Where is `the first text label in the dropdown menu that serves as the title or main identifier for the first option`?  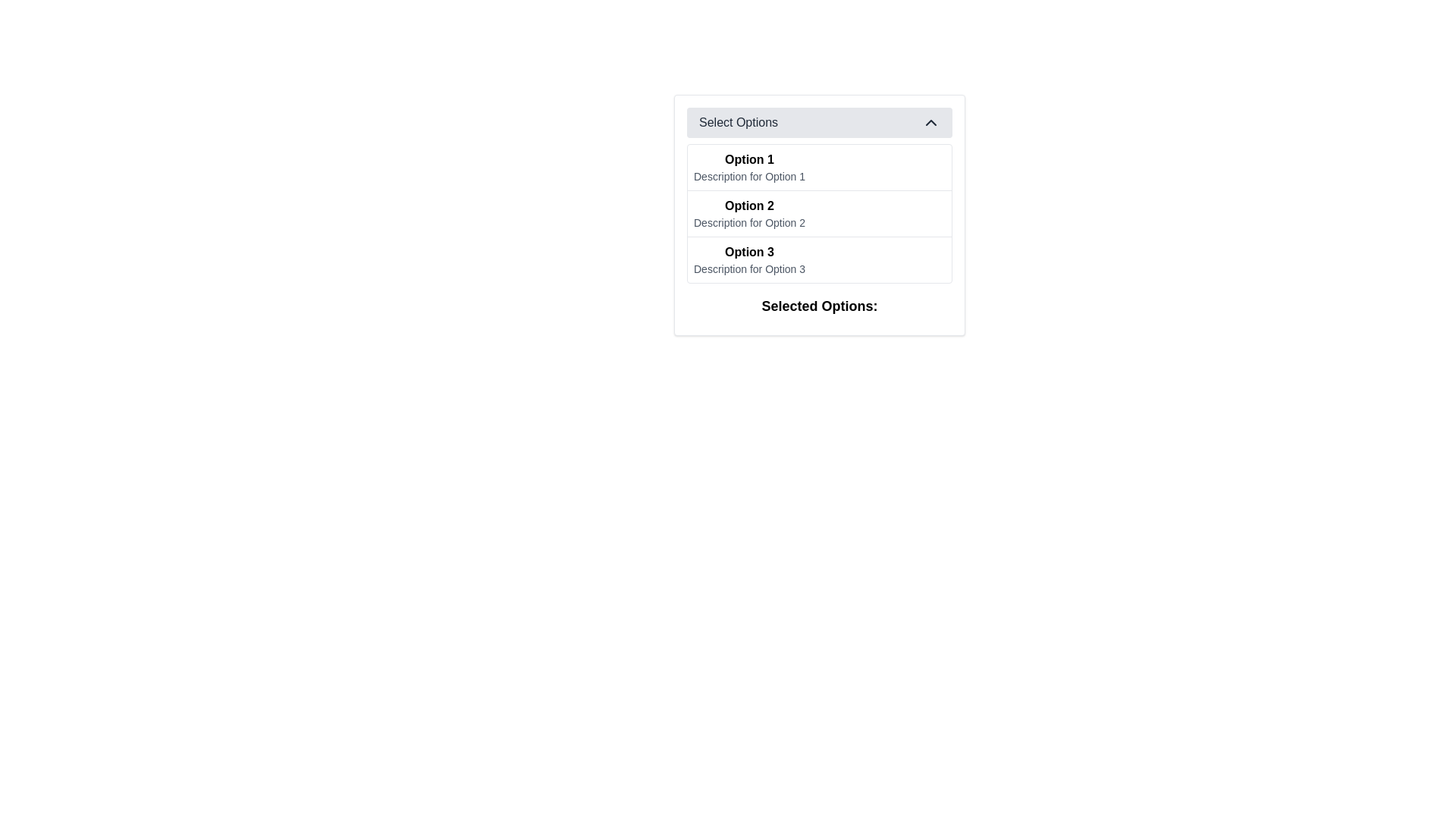 the first text label in the dropdown menu that serves as the title or main identifier for the first option is located at coordinates (749, 160).